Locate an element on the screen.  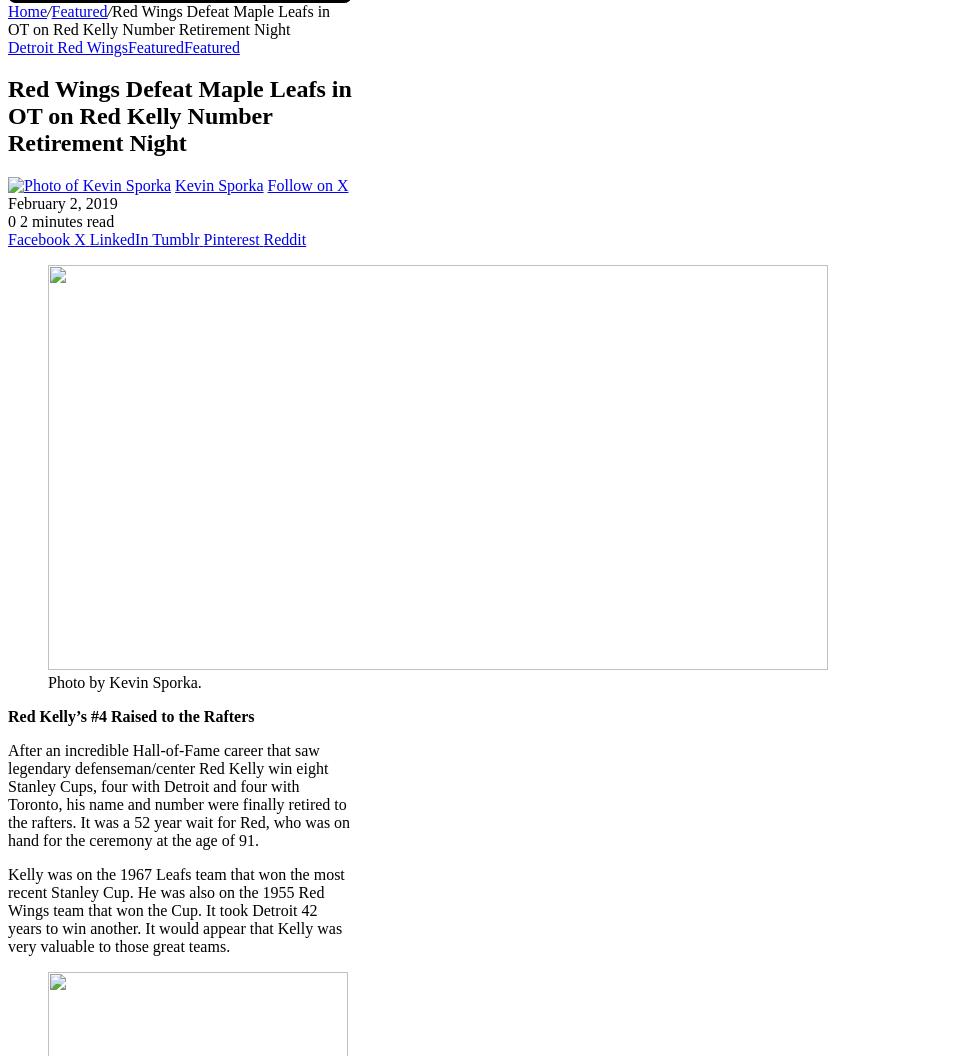
'After an incredible Hall-of-Fame career that saw legendary defenseman/center Red Kelly win eight Stanley Cups, four with Detroit and four with Toronto, his name and number were finally retired to the rafters. It was a 52 year wait for Red, who was on hand for the ceremony at the age of 91.' is located at coordinates (178, 795).